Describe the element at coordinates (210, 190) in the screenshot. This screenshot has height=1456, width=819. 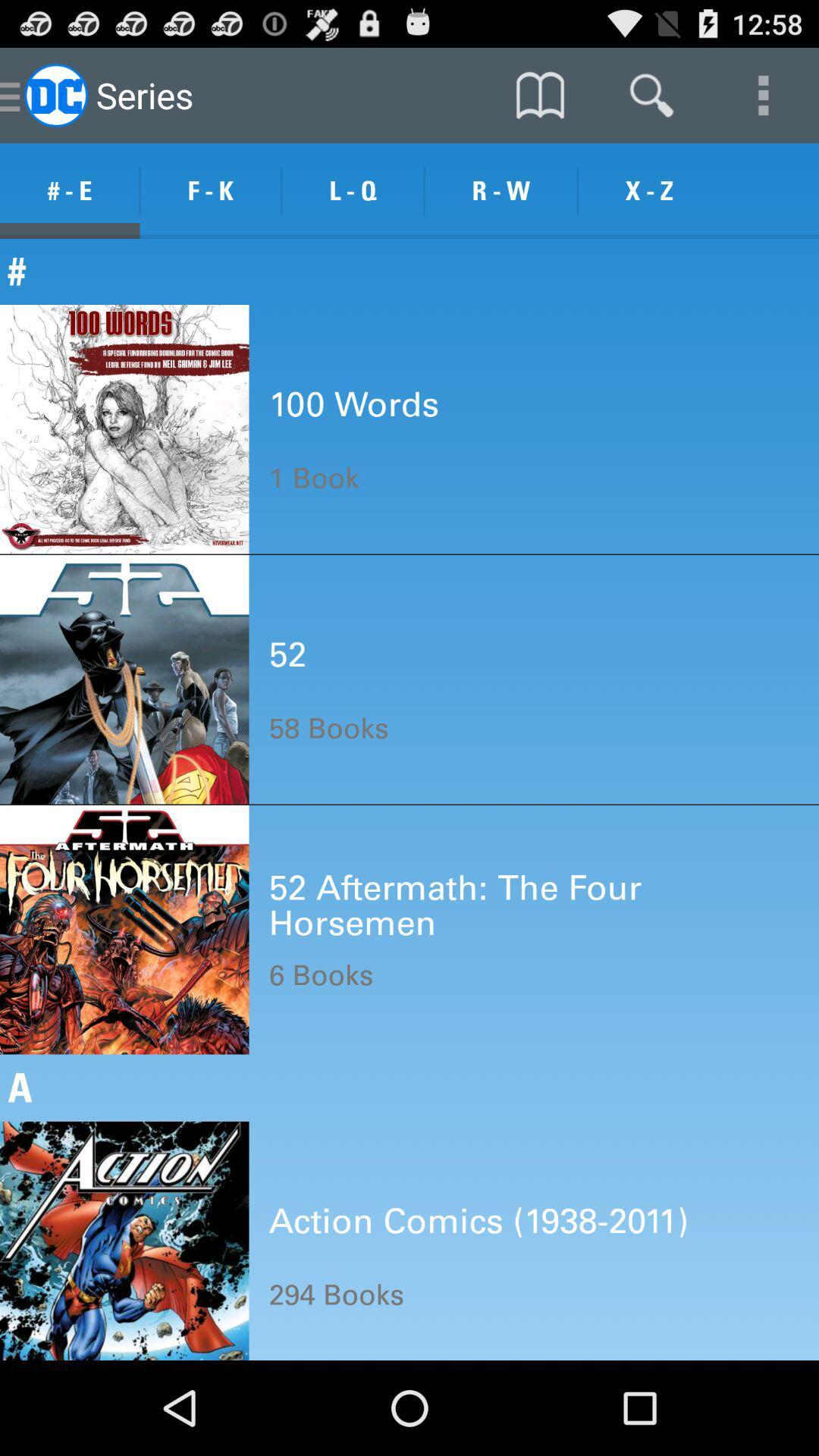
I see `app below the series icon` at that location.